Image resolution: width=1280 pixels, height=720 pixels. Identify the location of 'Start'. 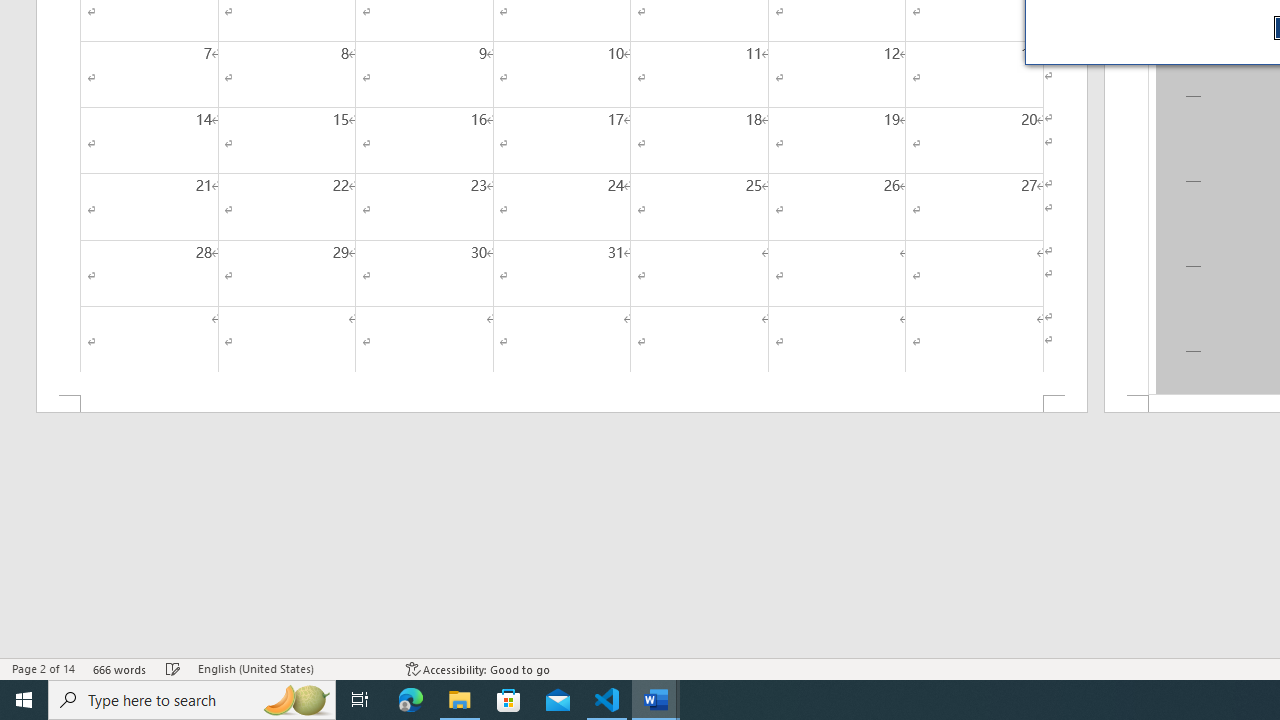
(24, 698).